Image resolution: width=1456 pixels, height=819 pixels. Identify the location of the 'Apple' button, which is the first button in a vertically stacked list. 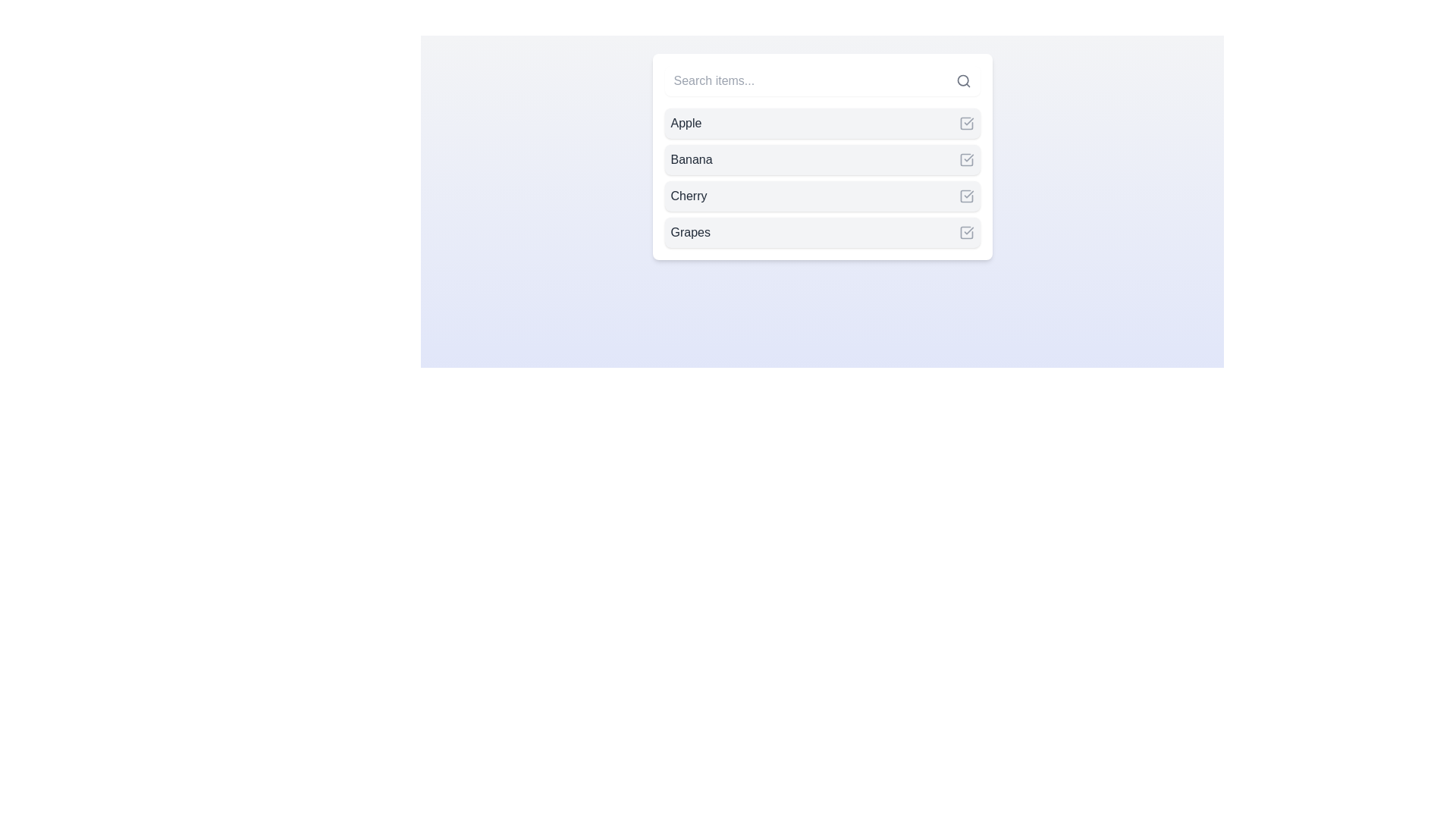
(821, 122).